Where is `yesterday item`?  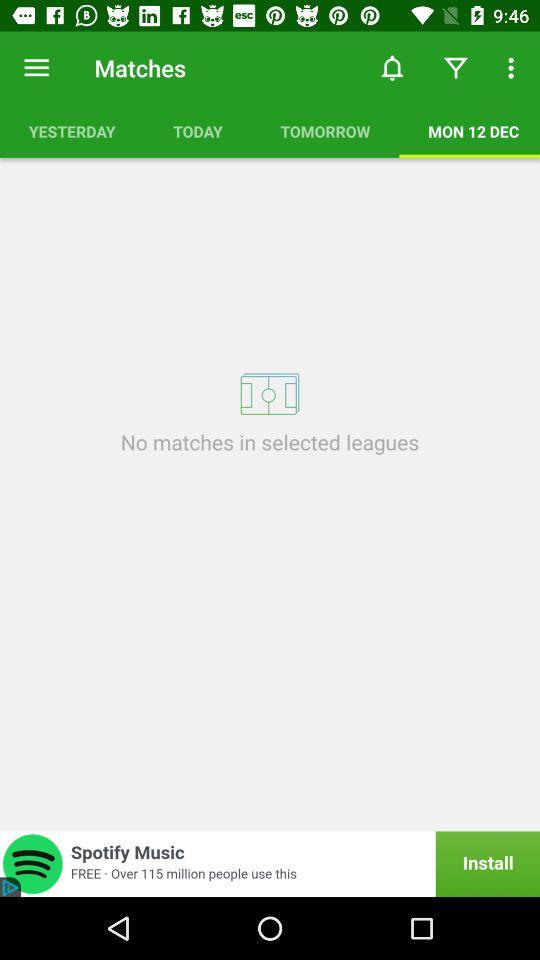
yesterday item is located at coordinates (71, 130).